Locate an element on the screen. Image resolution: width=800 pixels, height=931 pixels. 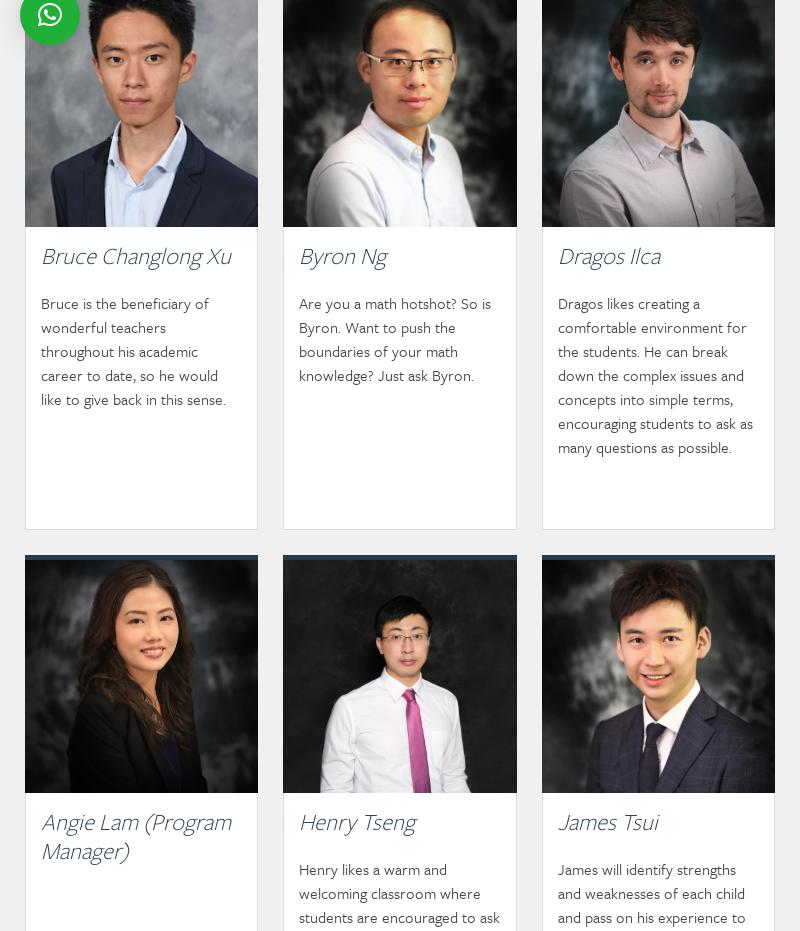
'Byron Ng' is located at coordinates (342, 255).